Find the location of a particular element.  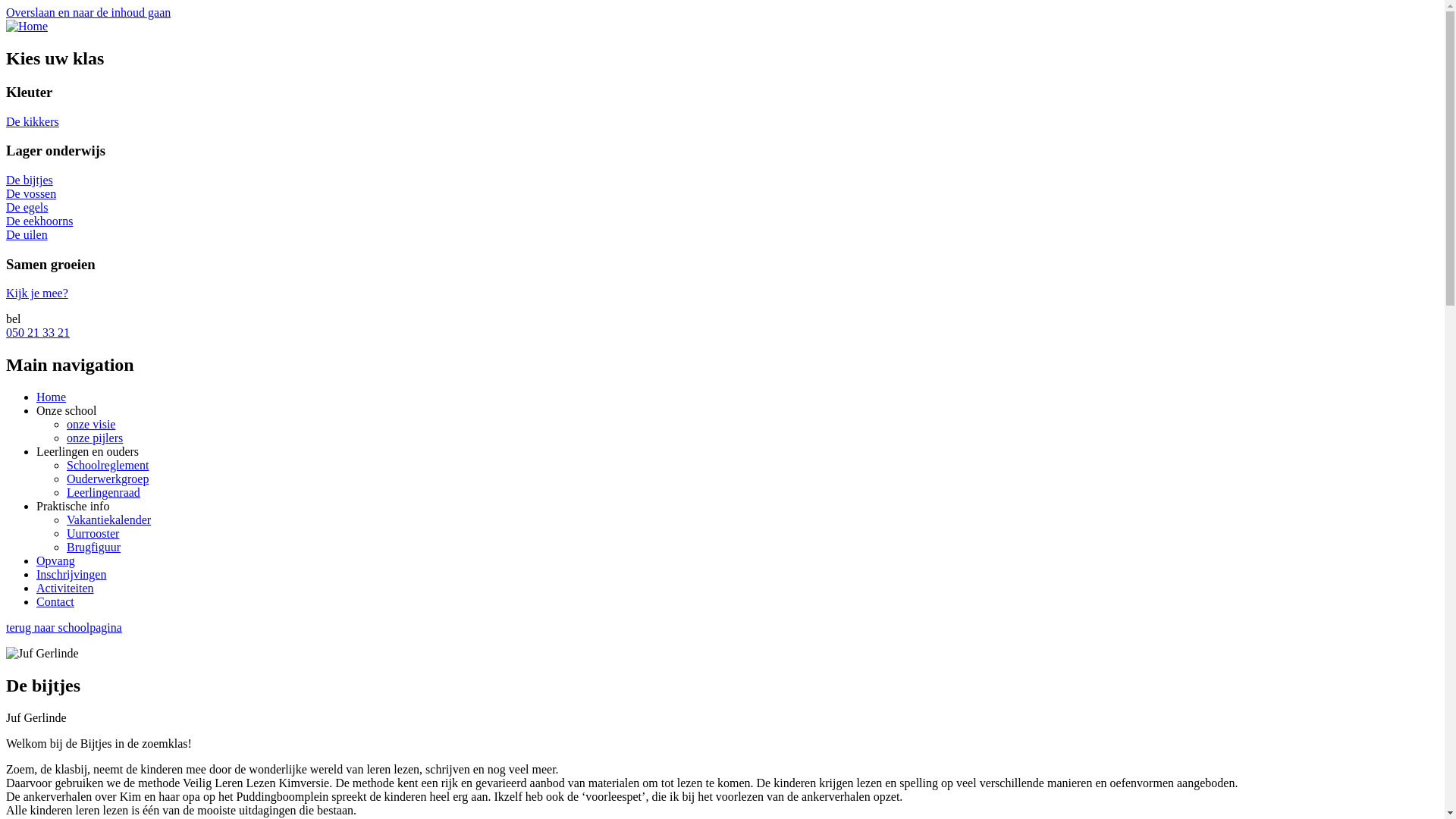

'Brugfiguur' is located at coordinates (93, 547).